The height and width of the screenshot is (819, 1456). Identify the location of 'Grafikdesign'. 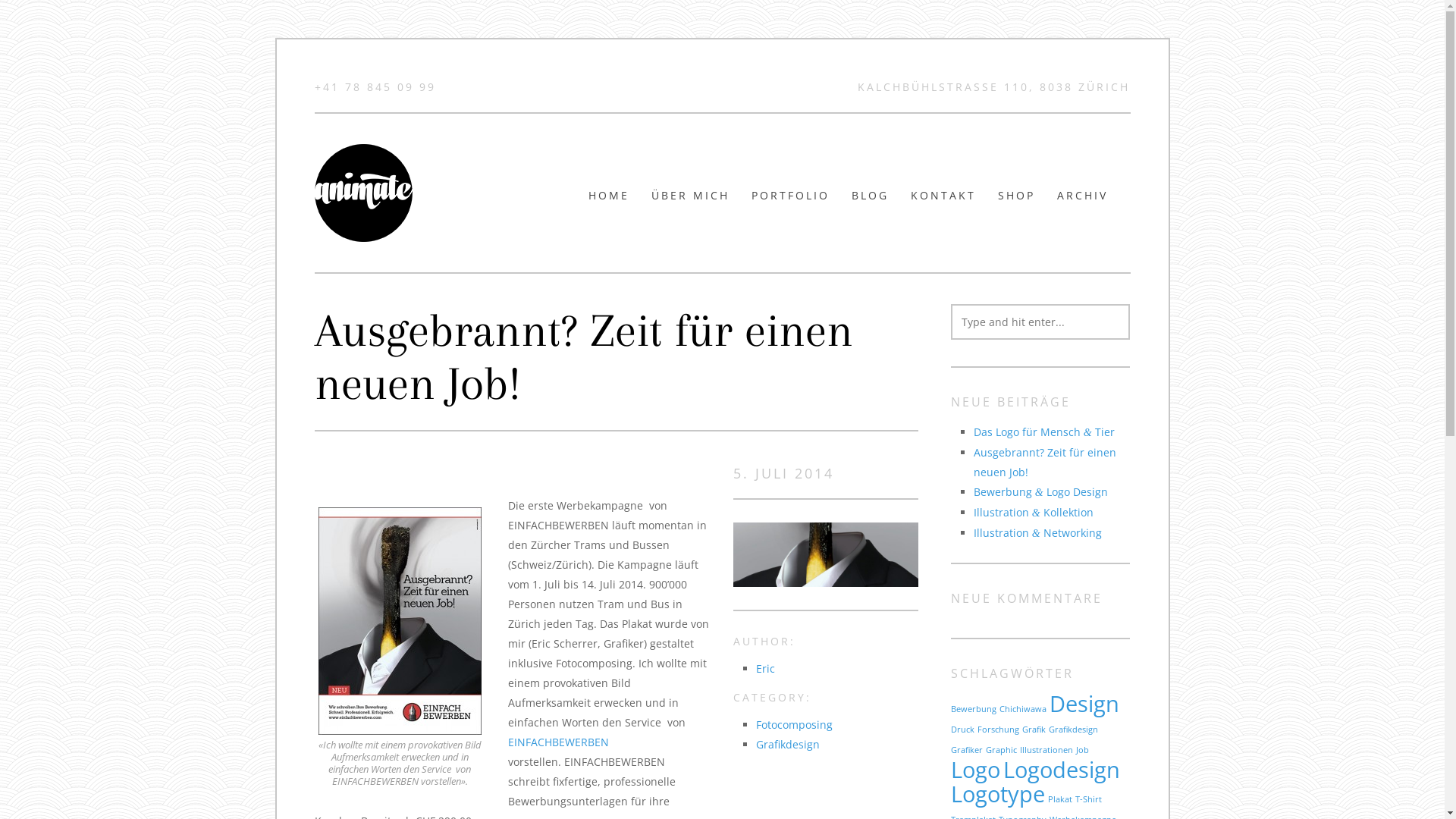
(787, 743).